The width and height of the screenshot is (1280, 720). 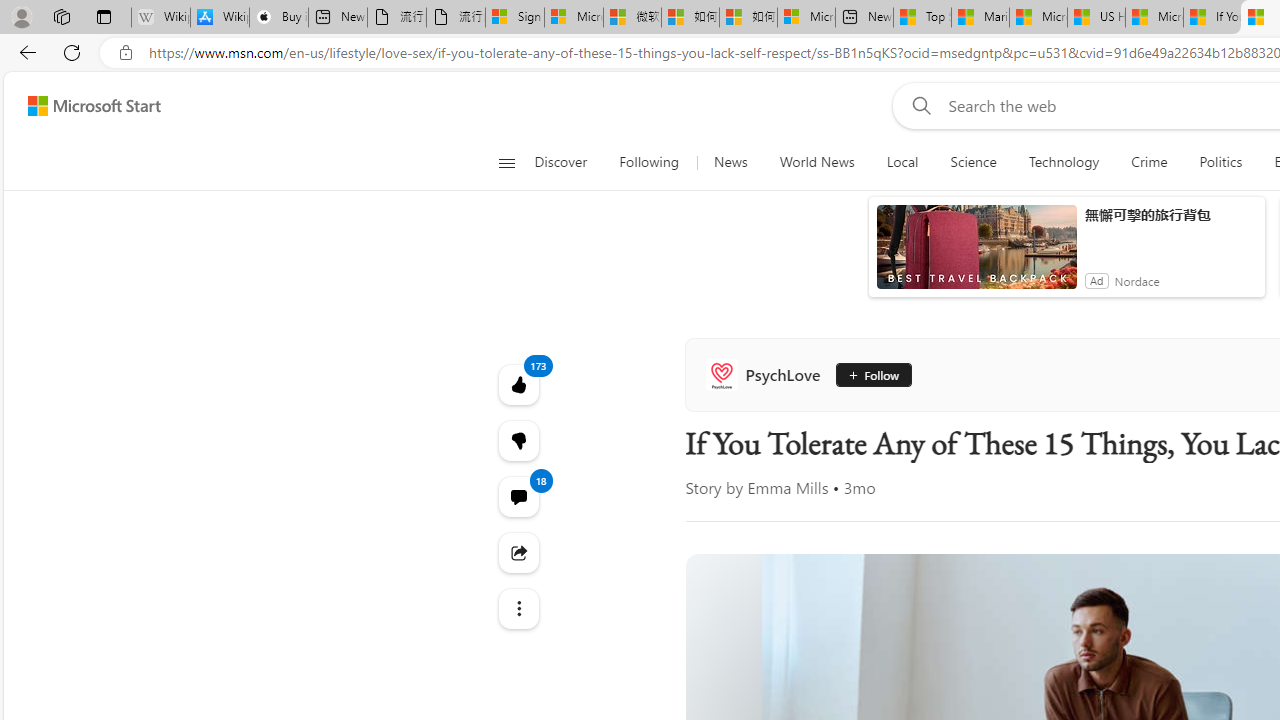 I want to click on 'Local', so click(x=901, y=162).